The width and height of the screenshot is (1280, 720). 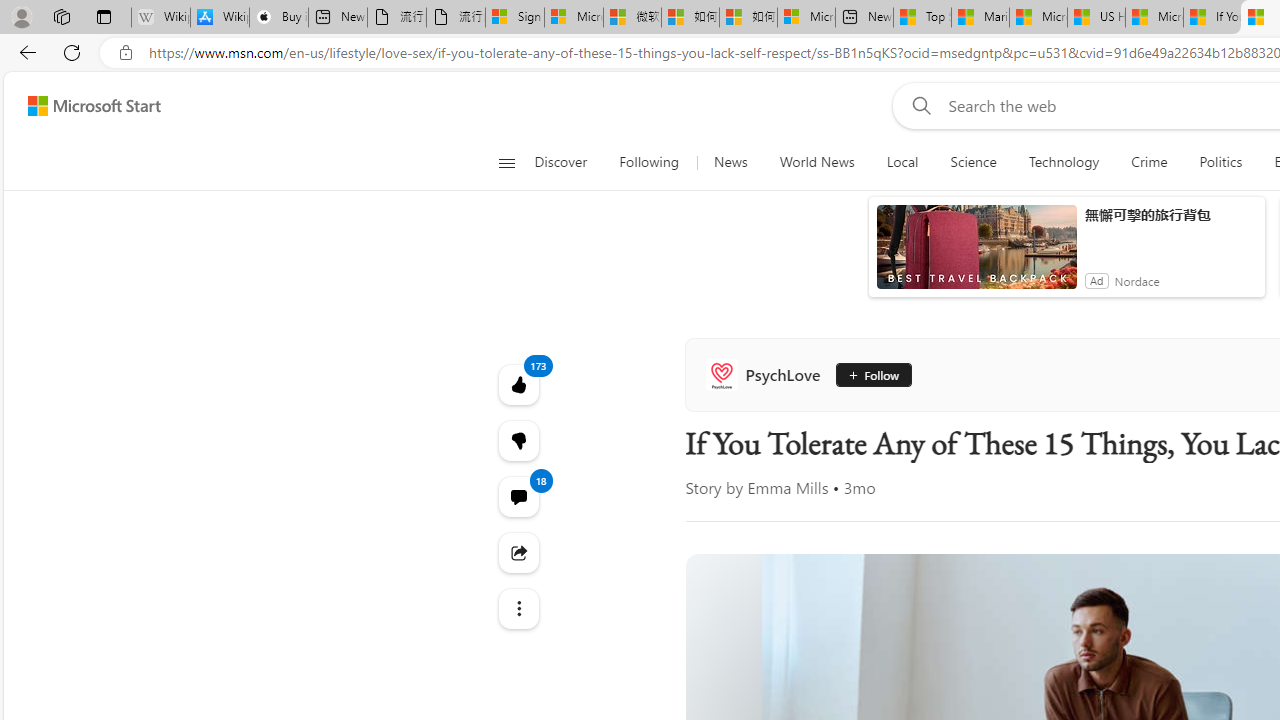 I want to click on 'Local', so click(x=901, y=162).